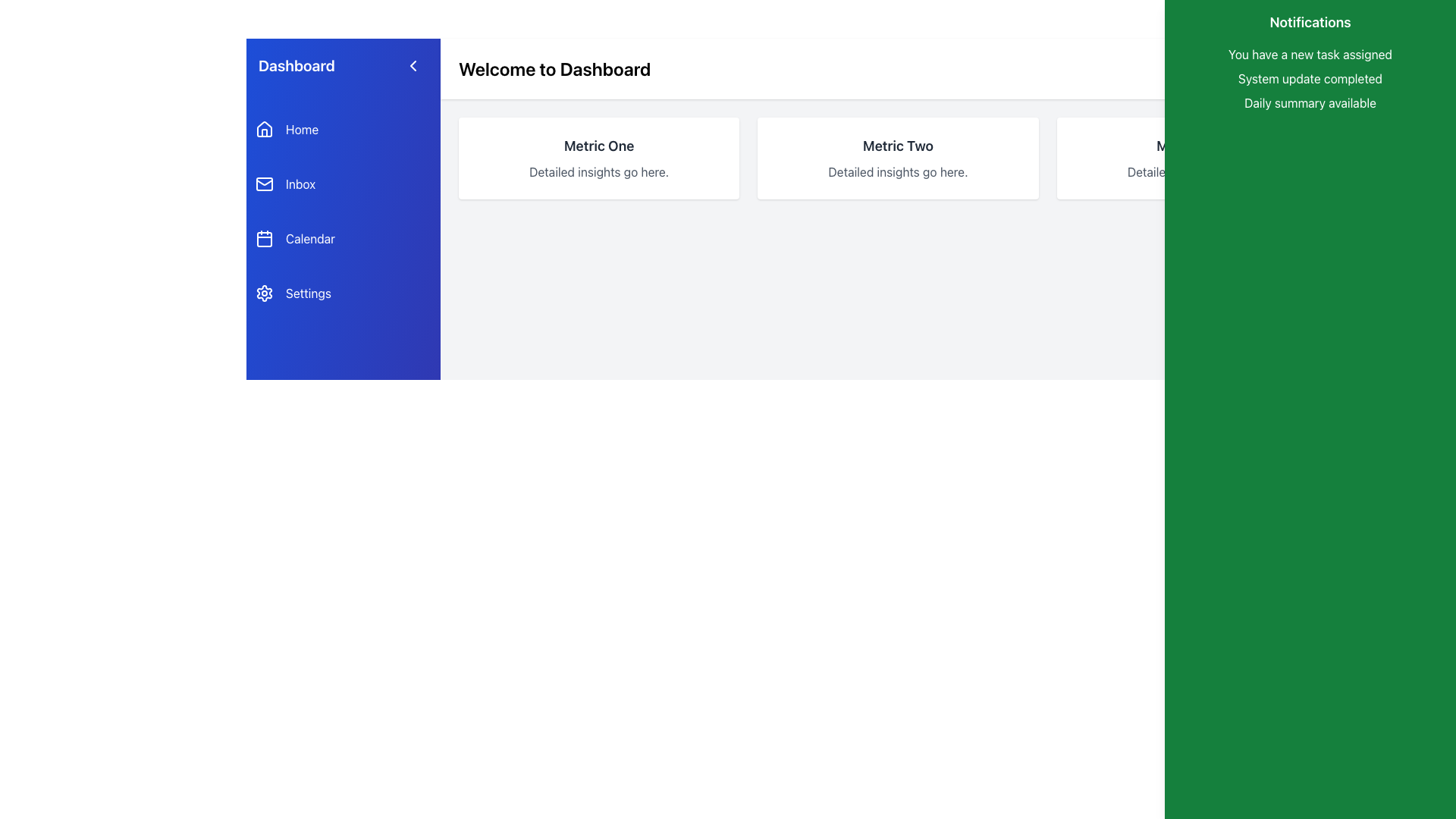  What do you see at coordinates (413, 65) in the screenshot?
I see `the chevron left icon located in the blue sidebar, adjacent to the 'Dashboard' text header` at bounding box center [413, 65].